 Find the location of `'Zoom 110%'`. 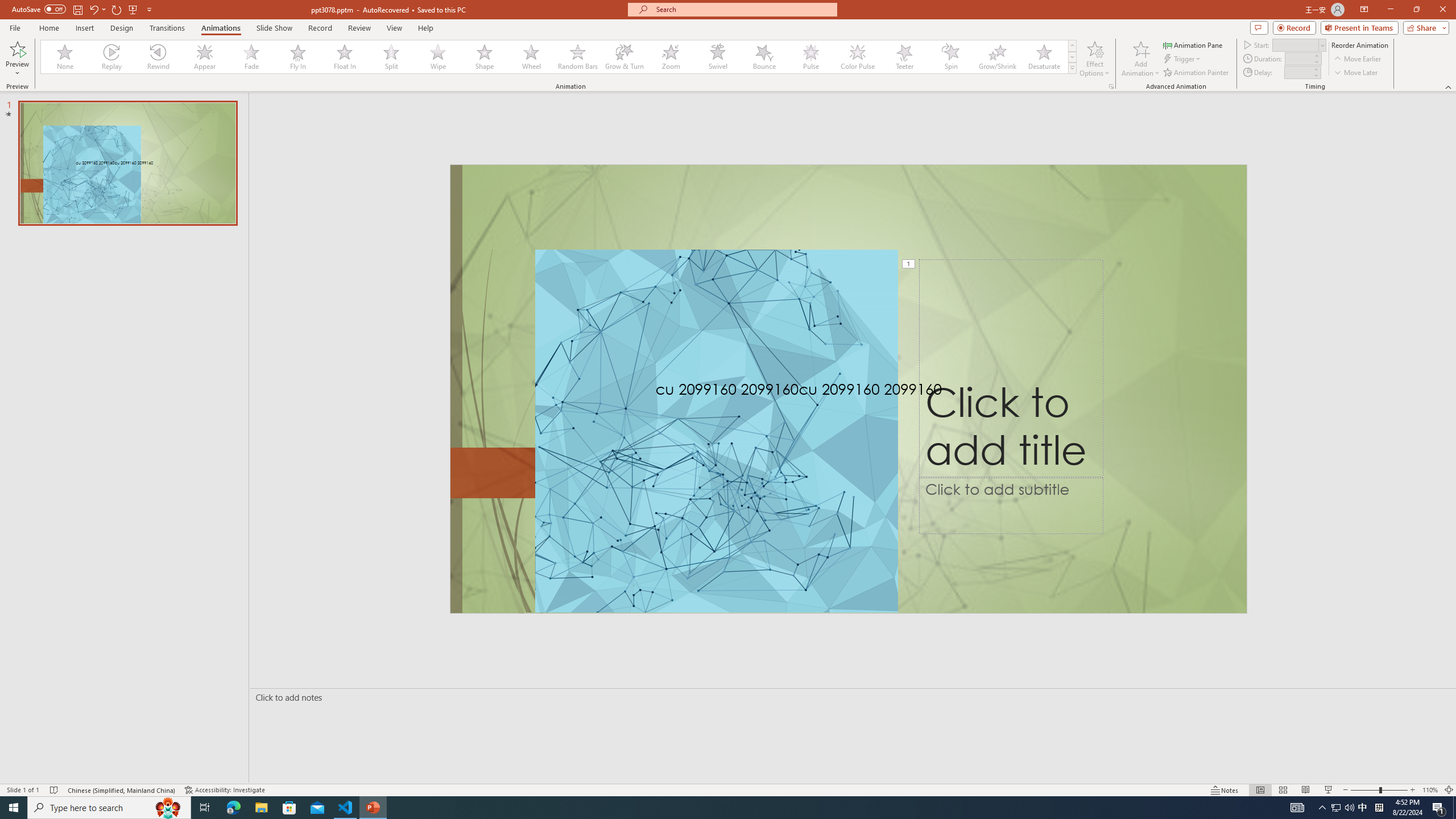

'Zoom 110%' is located at coordinates (1430, 790).